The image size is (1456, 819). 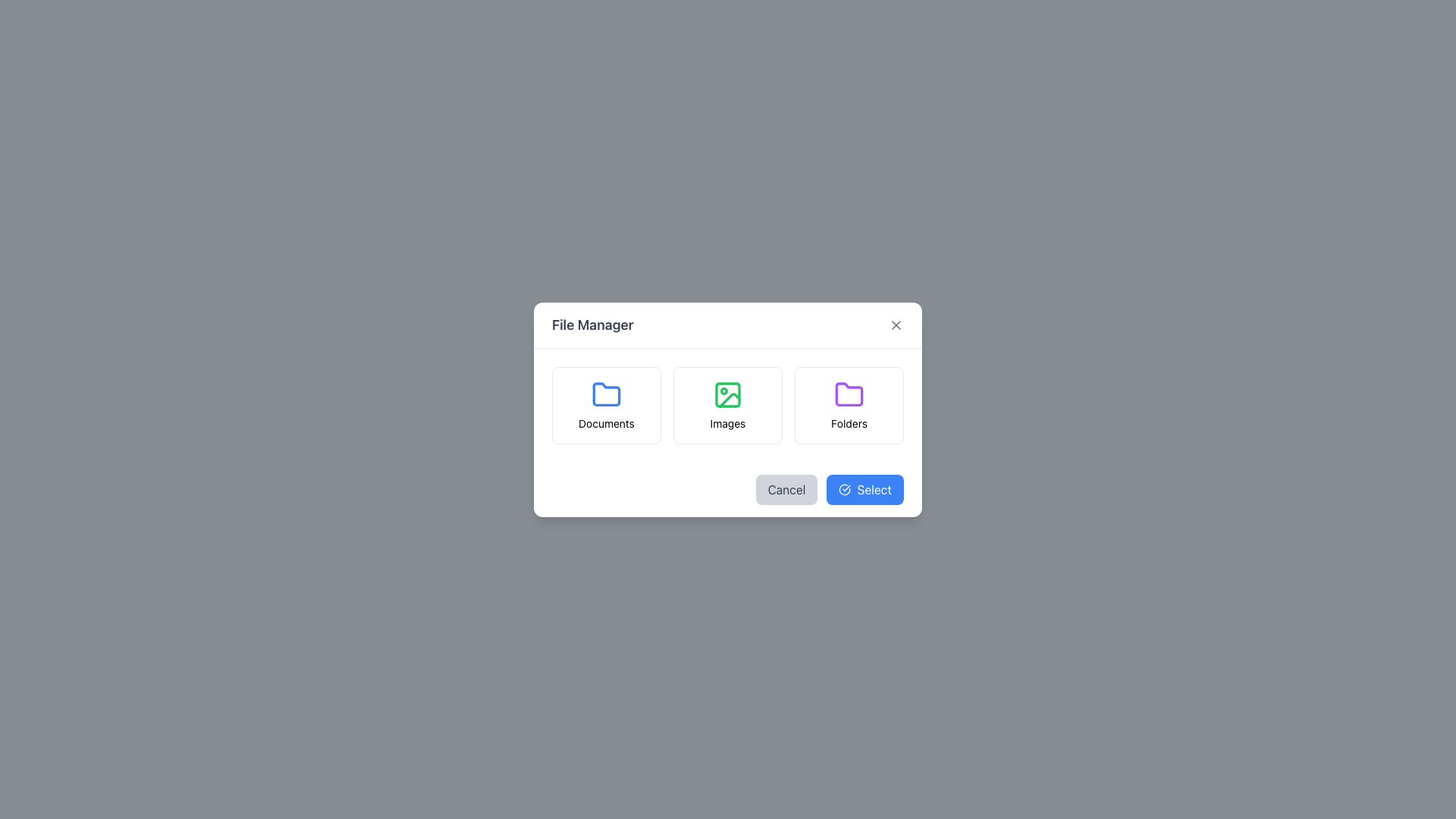 I want to click on the selectable card button in the File Manager, so click(x=728, y=403).